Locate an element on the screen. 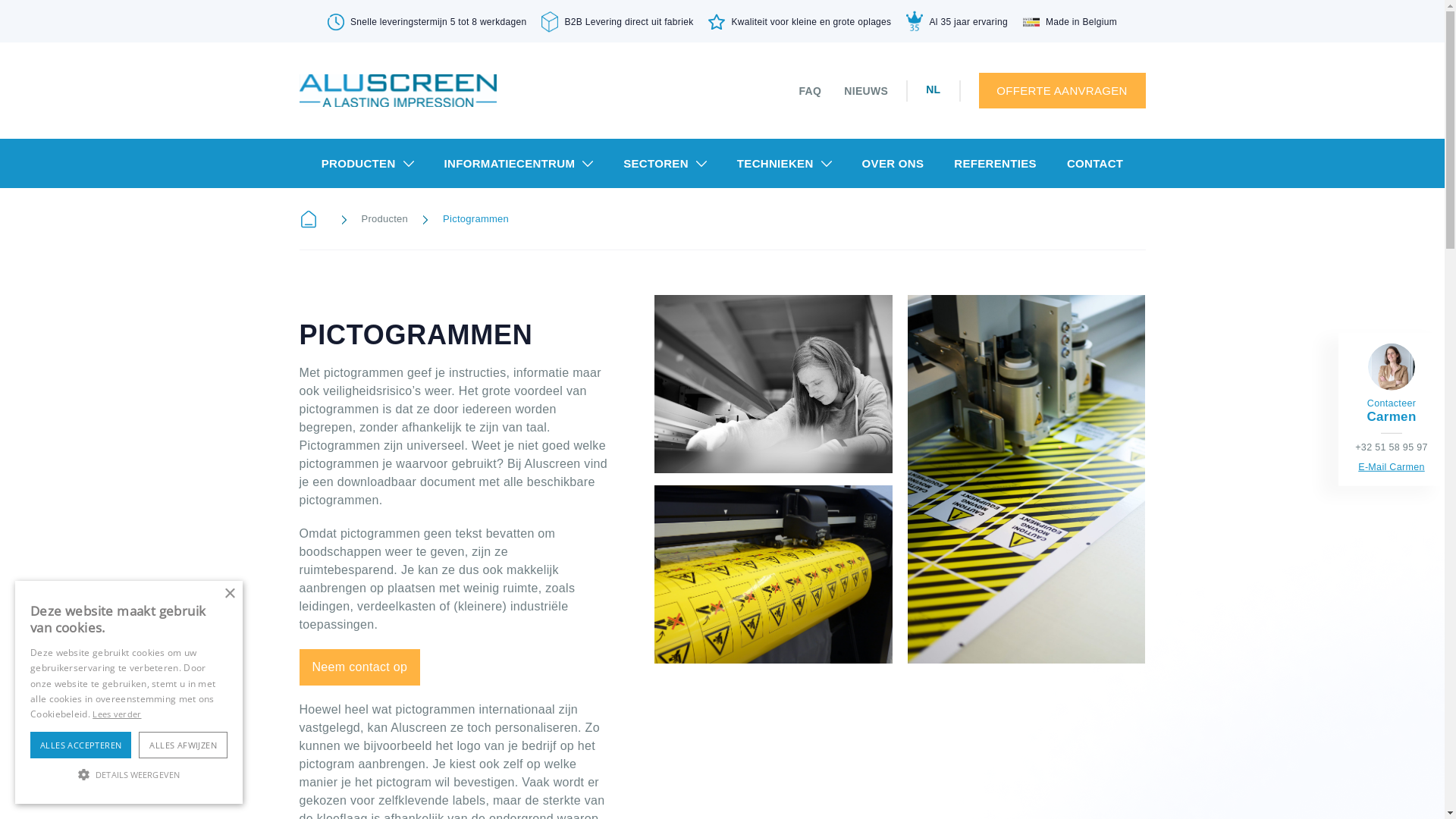 The width and height of the screenshot is (1456, 819). 'TECHNIEKEN' is located at coordinates (784, 163).